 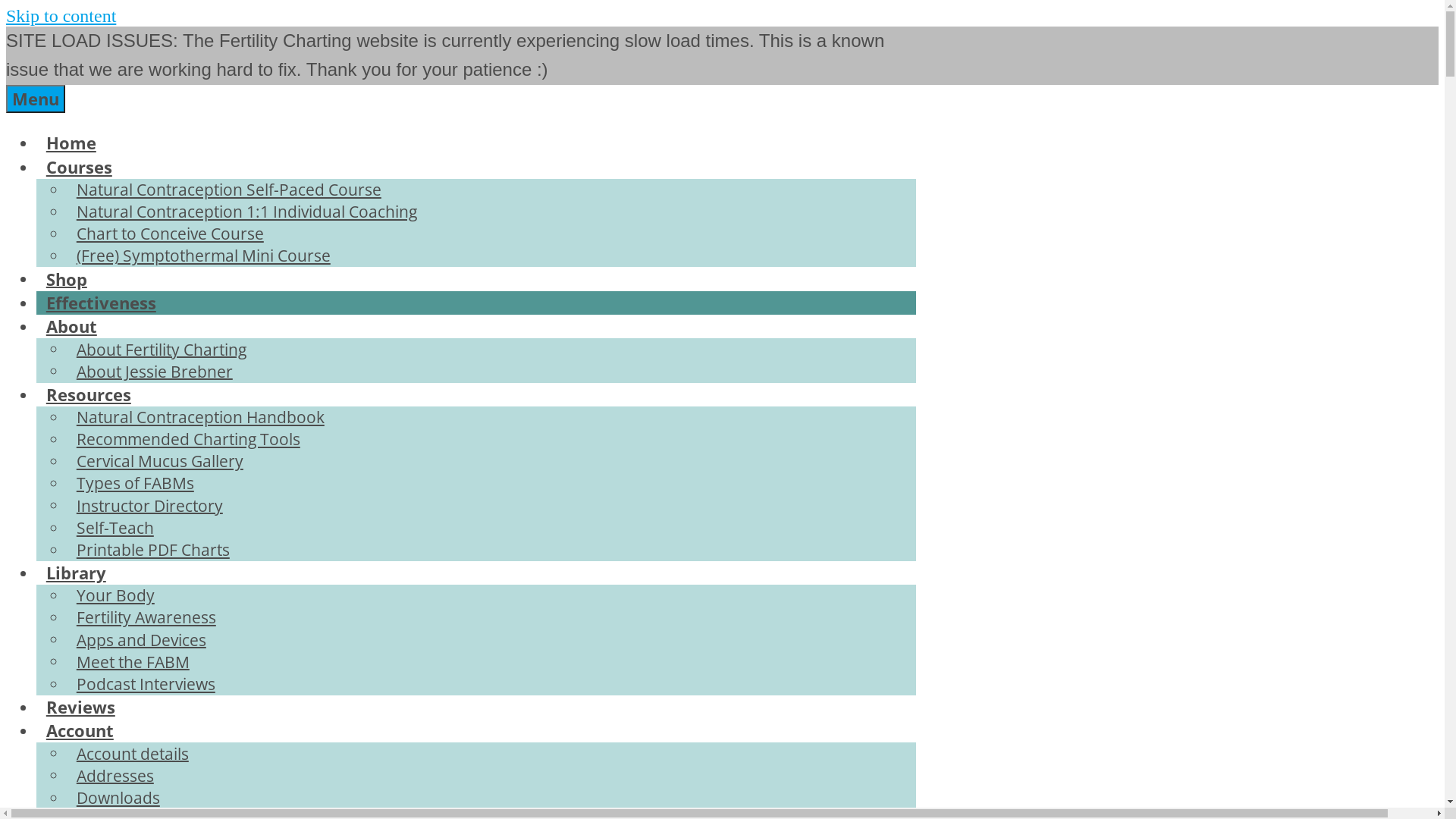 What do you see at coordinates (199, 417) in the screenshot?
I see `'Natural Contraception Handbook'` at bounding box center [199, 417].